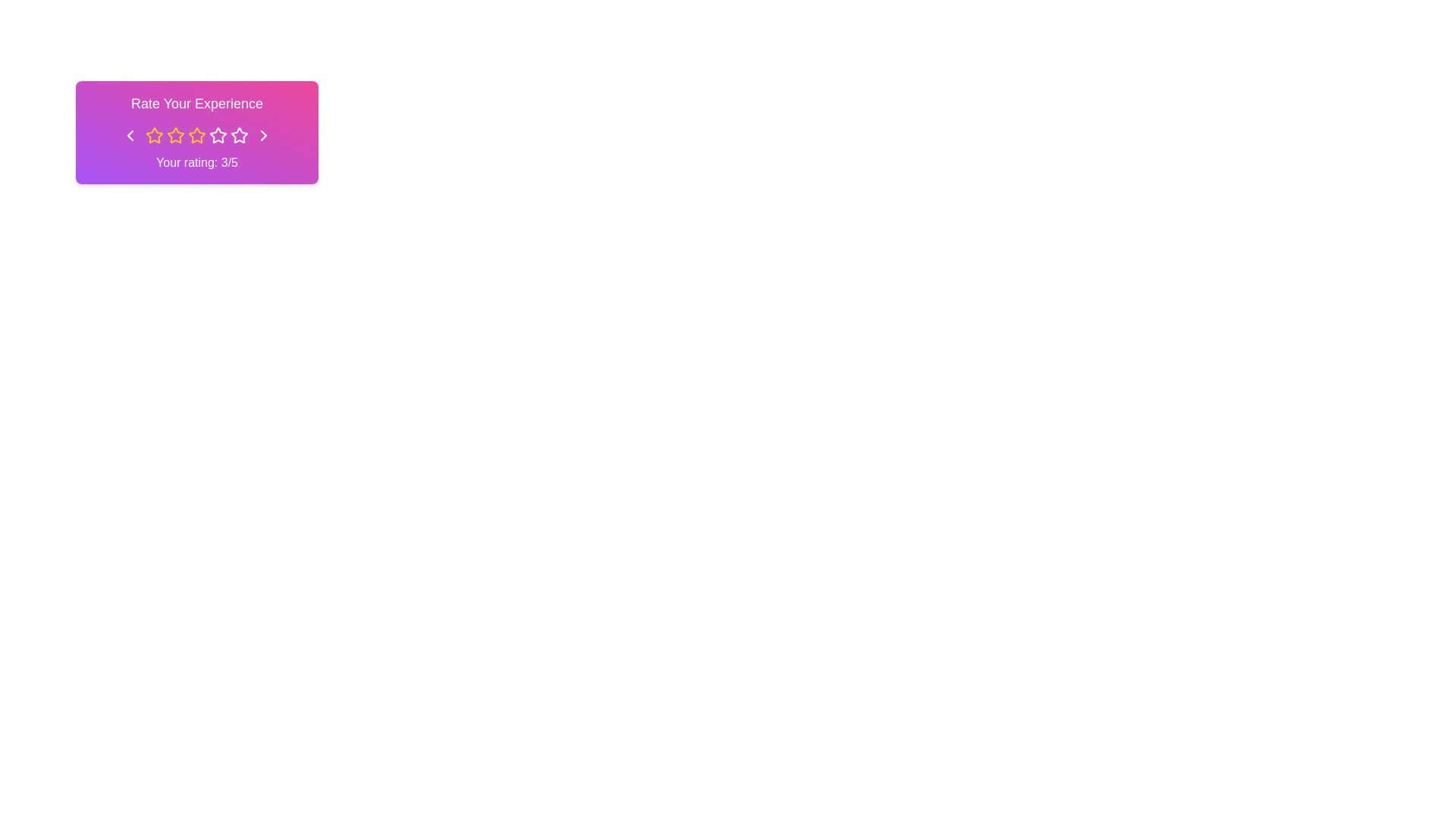 Image resolution: width=1456 pixels, height=819 pixels. I want to click on the second star icon in the five-star rating system, so click(175, 134).